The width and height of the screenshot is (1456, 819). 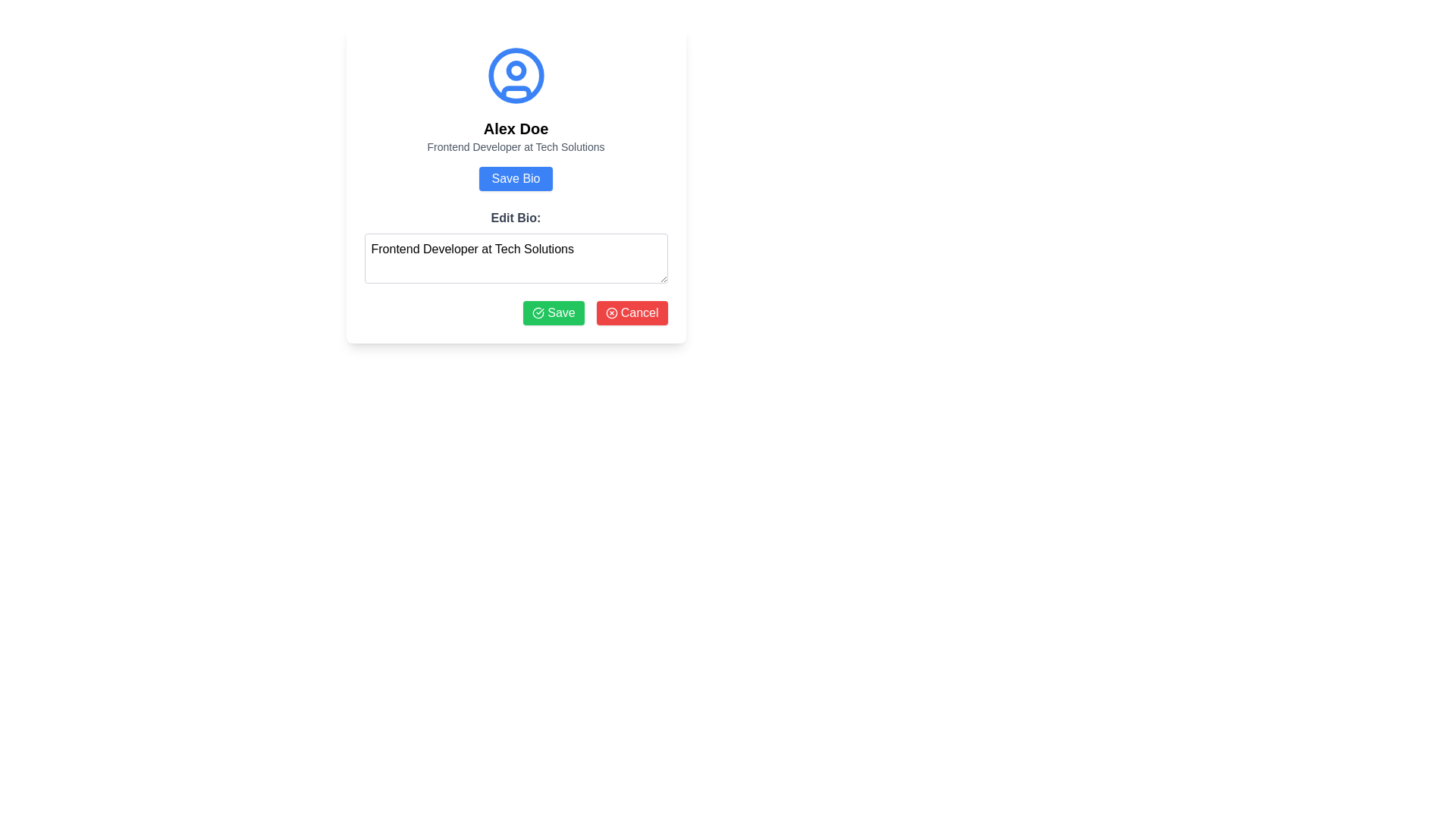 What do you see at coordinates (516, 257) in the screenshot?
I see `on the text input field that contains the text 'Frontend Developer at Tech Solutions', styled with rounded corners and bordered by a thin gray line, located below the 'Edit Bio:' text` at bounding box center [516, 257].